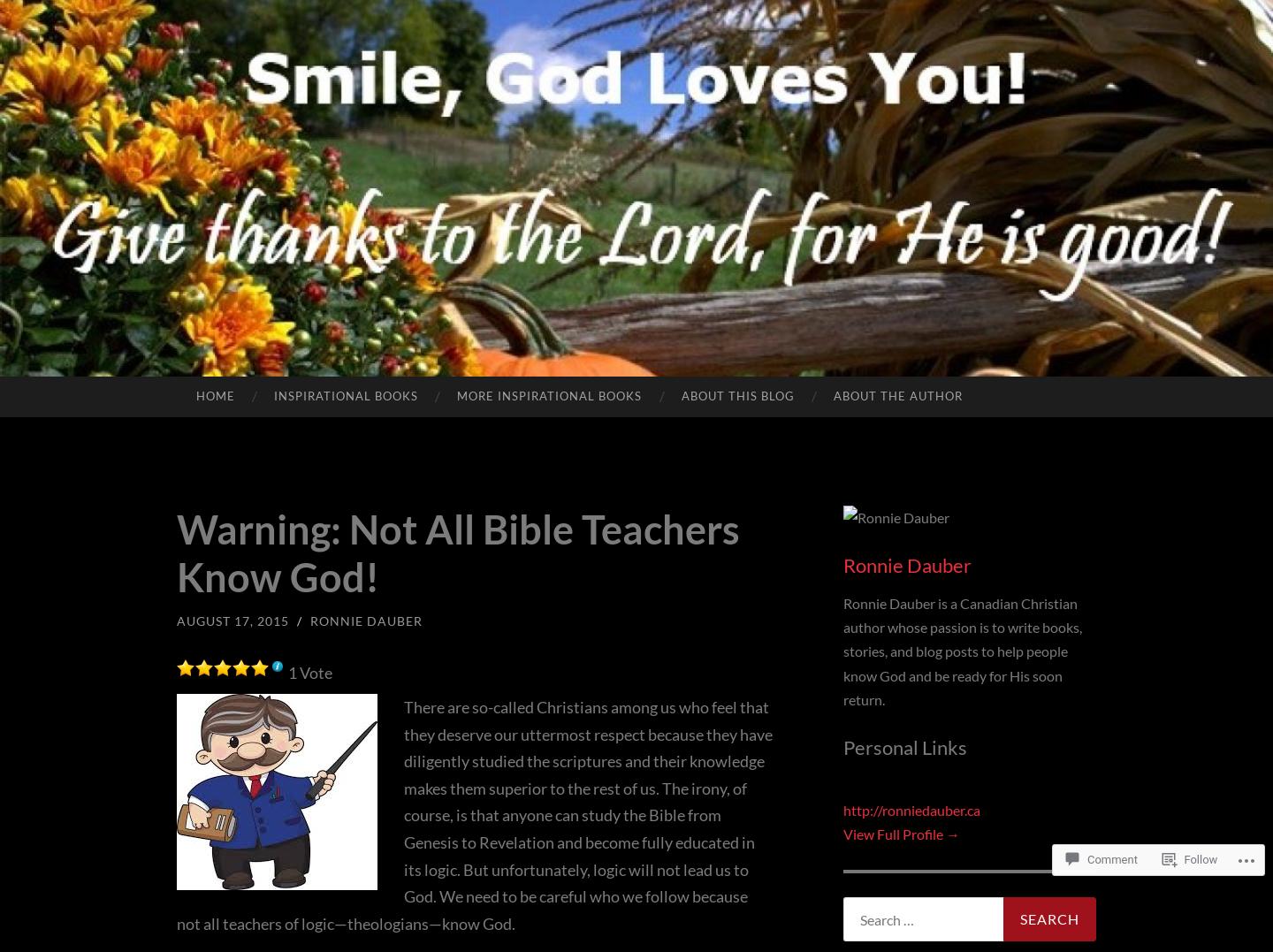 The width and height of the screenshot is (1273, 952). I want to click on '/', so click(293, 620).